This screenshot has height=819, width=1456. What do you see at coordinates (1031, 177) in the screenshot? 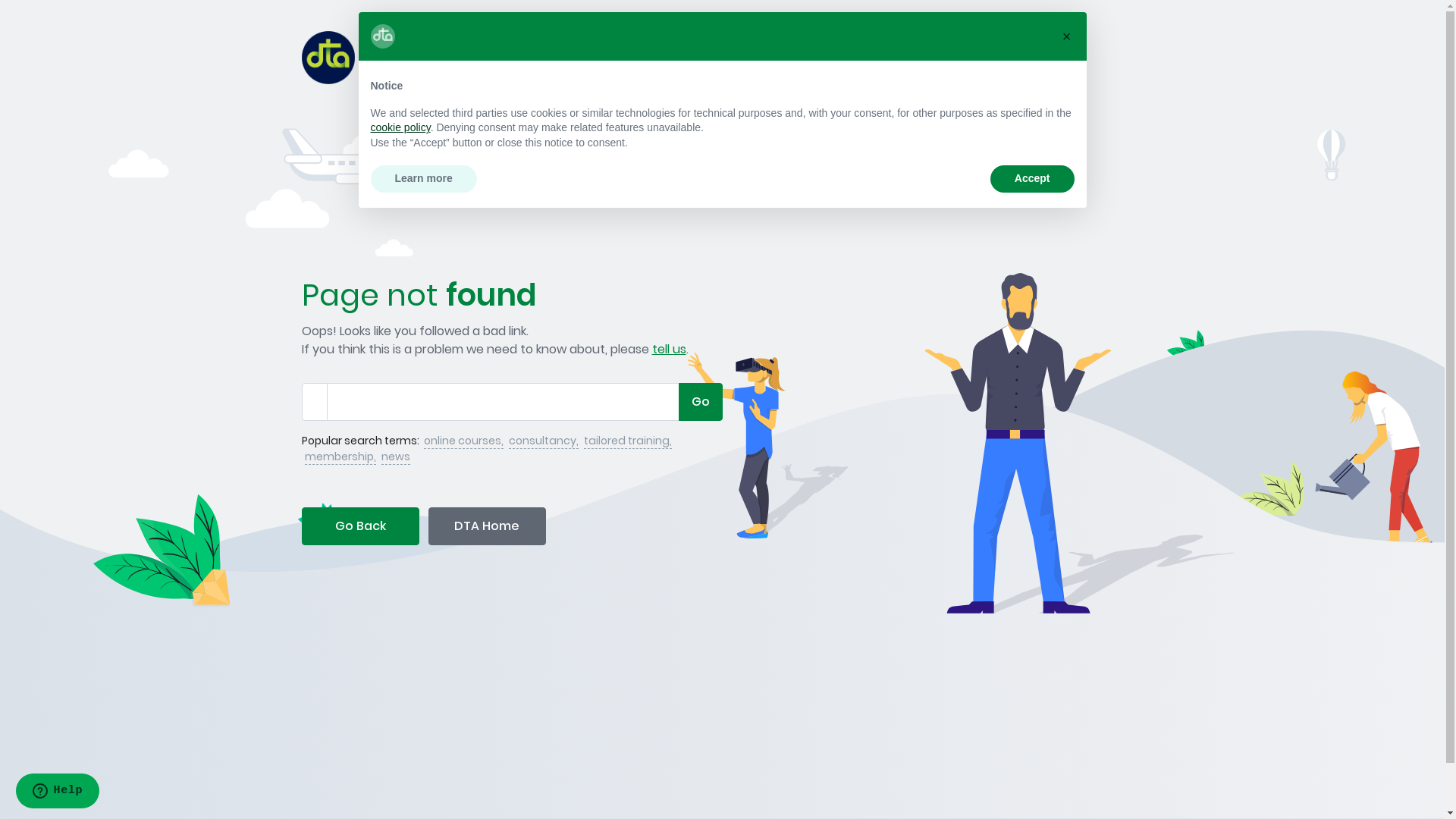
I see `'Accept'` at bounding box center [1031, 177].